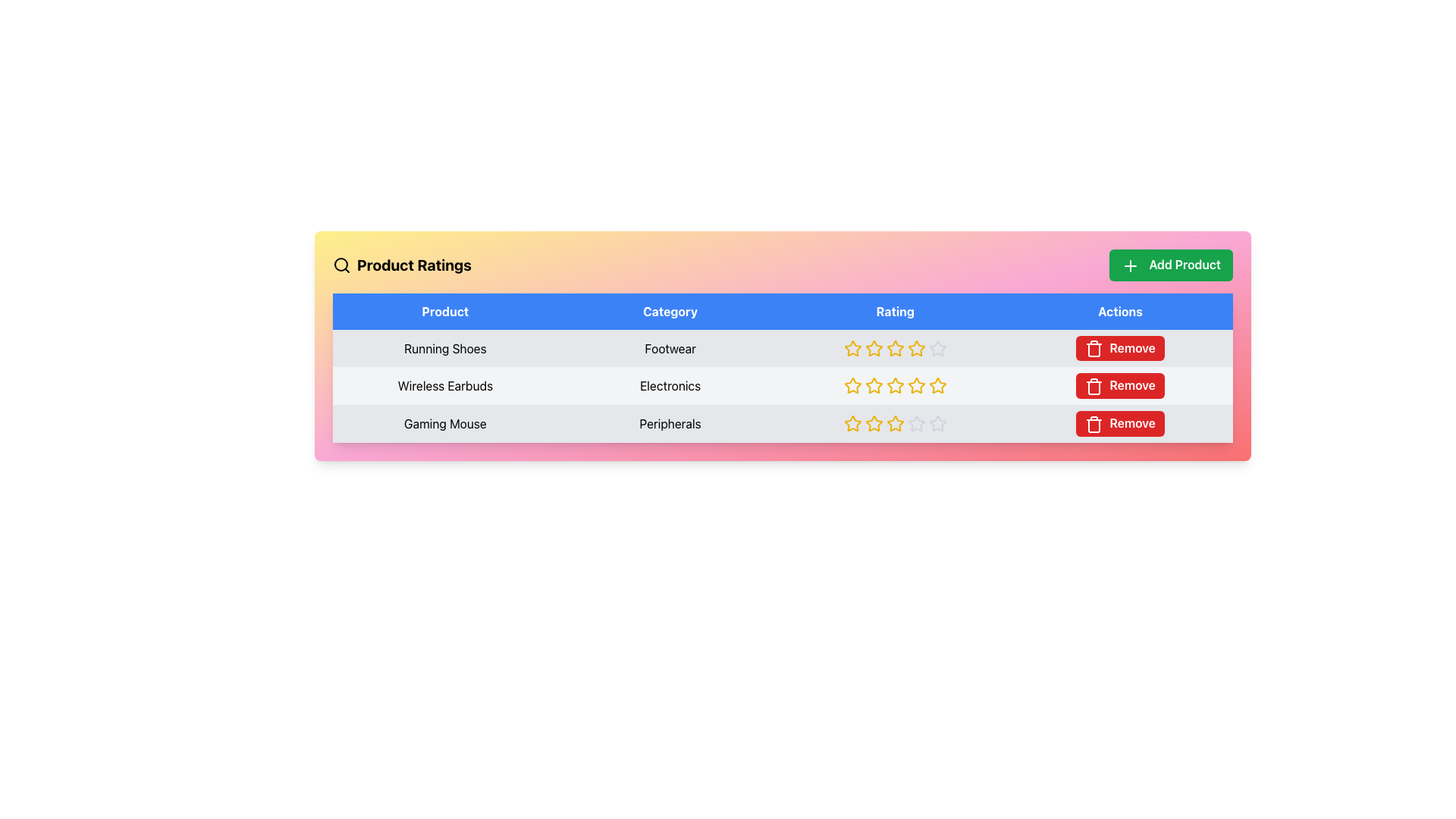  What do you see at coordinates (1094, 424) in the screenshot?
I see `the trash icon embedded within the red 'Remove' button in the 'Actions' column corresponding to the 'Wireless Earbuds' product entry` at bounding box center [1094, 424].